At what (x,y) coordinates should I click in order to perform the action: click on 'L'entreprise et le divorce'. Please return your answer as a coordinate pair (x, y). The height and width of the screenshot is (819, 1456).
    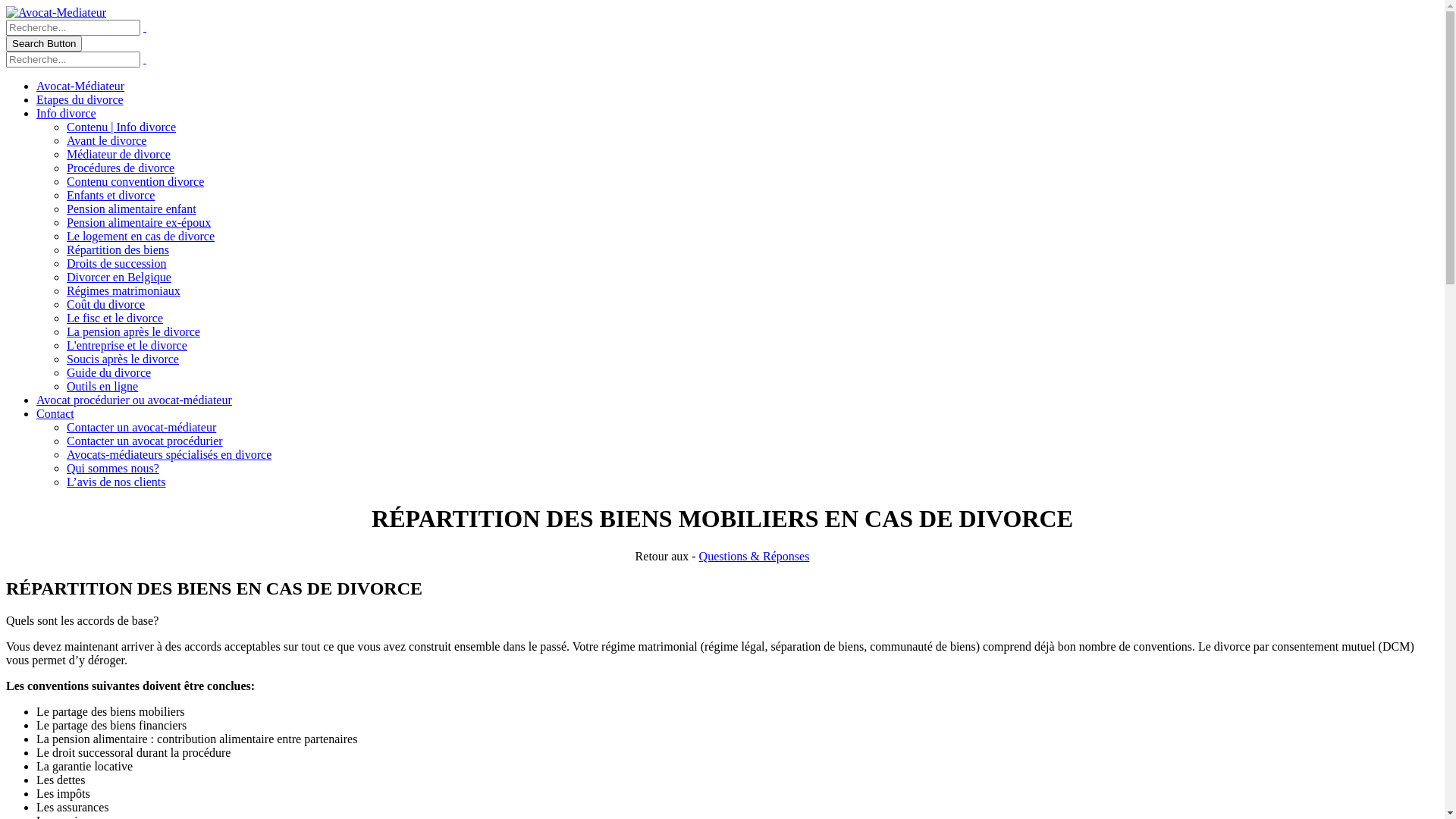
    Looking at the image, I should click on (127, 345).